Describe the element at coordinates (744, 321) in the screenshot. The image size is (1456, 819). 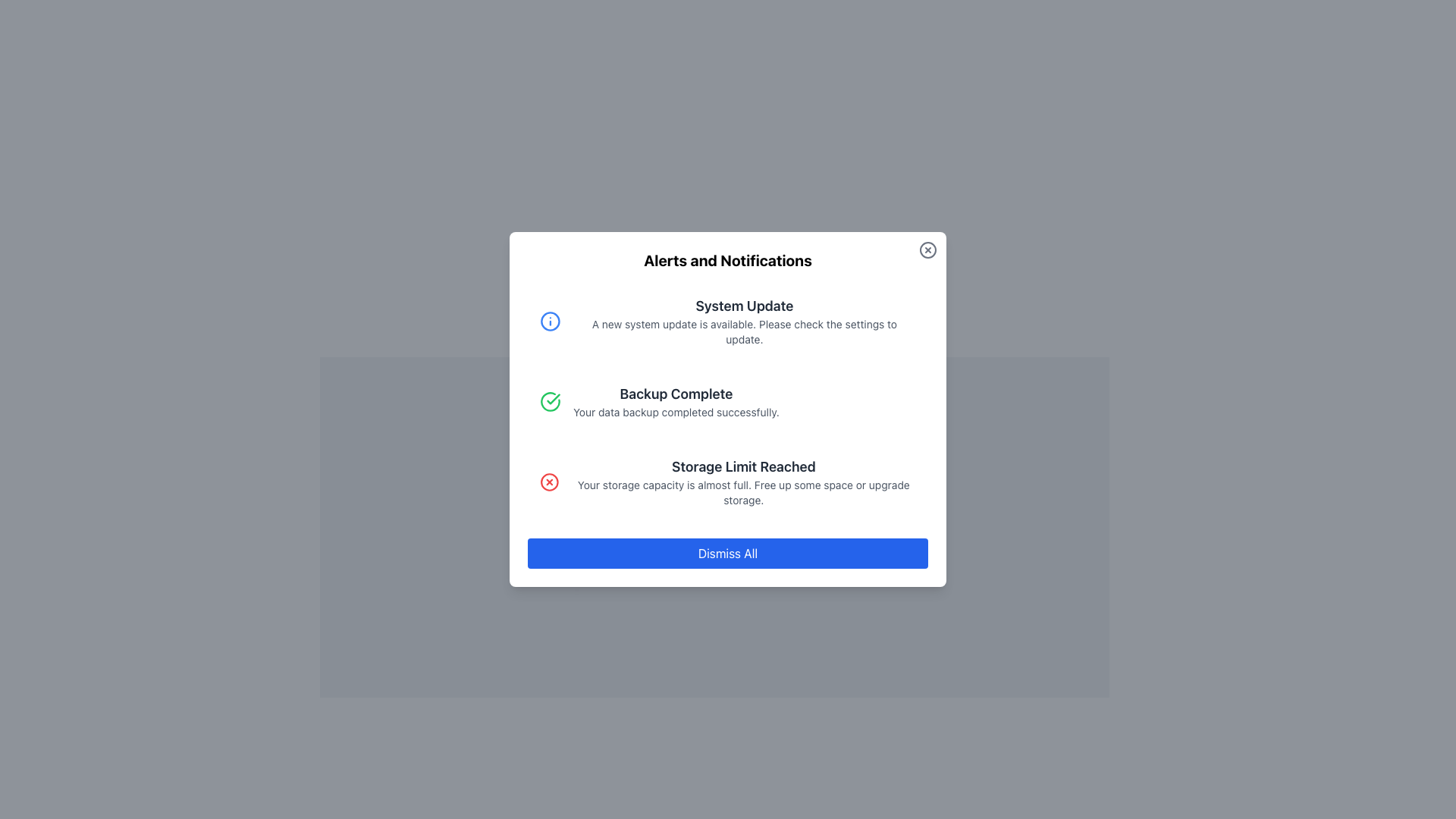
I see `information displayed in the notification card with a blue background and rounded corners, which contains the system update message` at that location.